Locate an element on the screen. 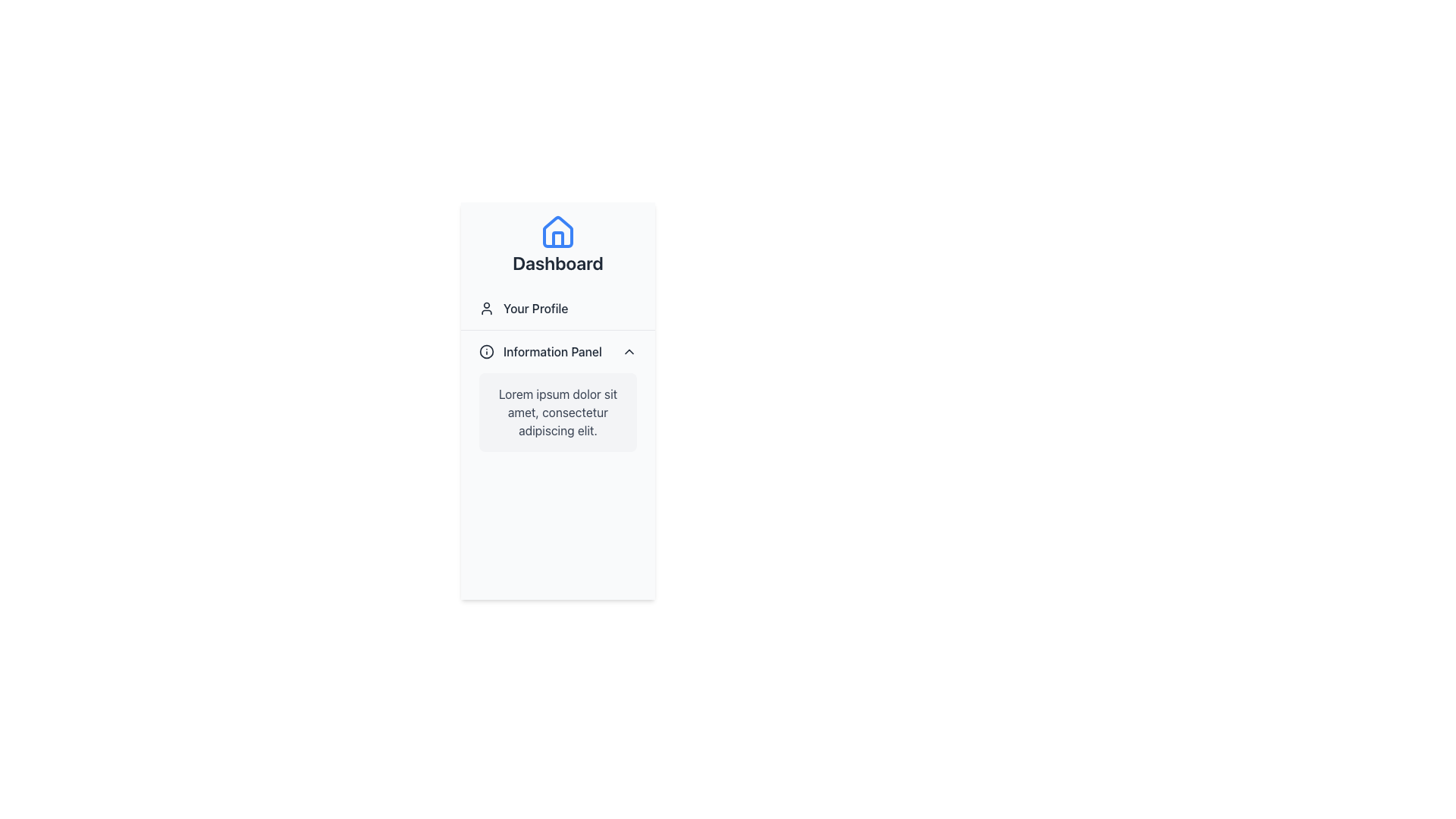 The image size is (1456, 819). the circular graphical shape that represents an SVG circle element located within the information icon in the user interface is located at coordinates (487, 351).